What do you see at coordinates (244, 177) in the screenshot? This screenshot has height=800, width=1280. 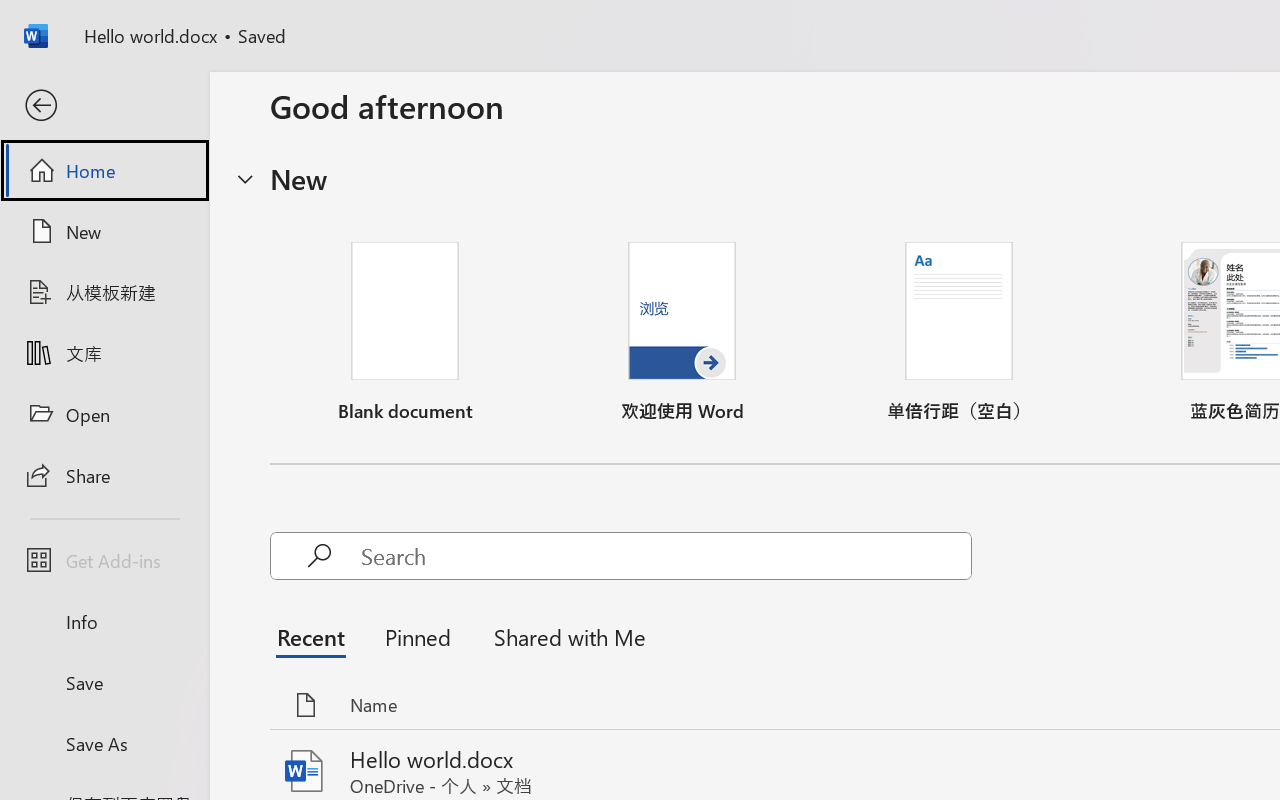 I see `'Hide or show region'` at bounding box center [244, 177].